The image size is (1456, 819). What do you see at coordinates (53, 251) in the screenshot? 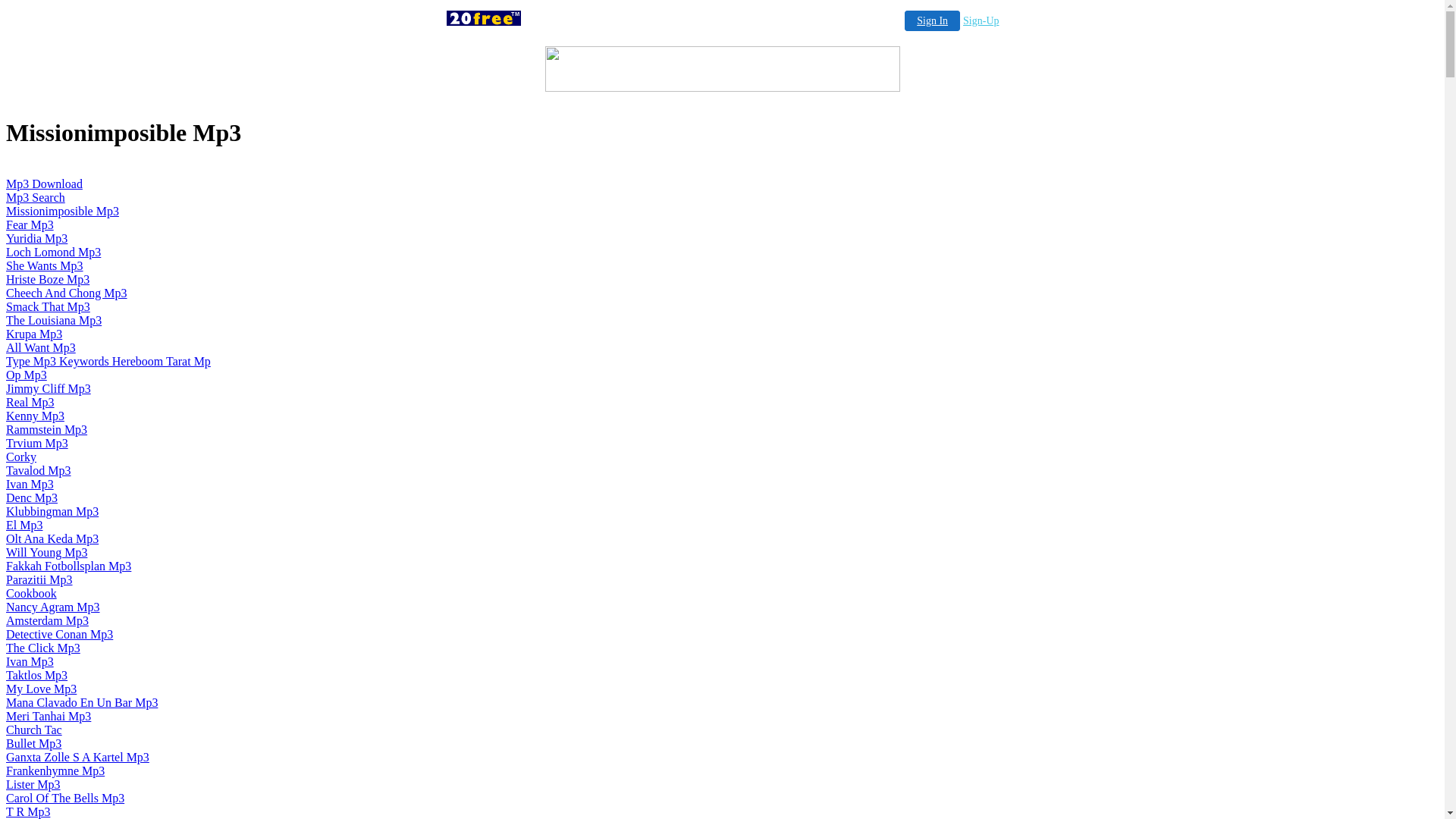
I see `'Loch Lomond Mp3'` at bounding box center [53, 251].